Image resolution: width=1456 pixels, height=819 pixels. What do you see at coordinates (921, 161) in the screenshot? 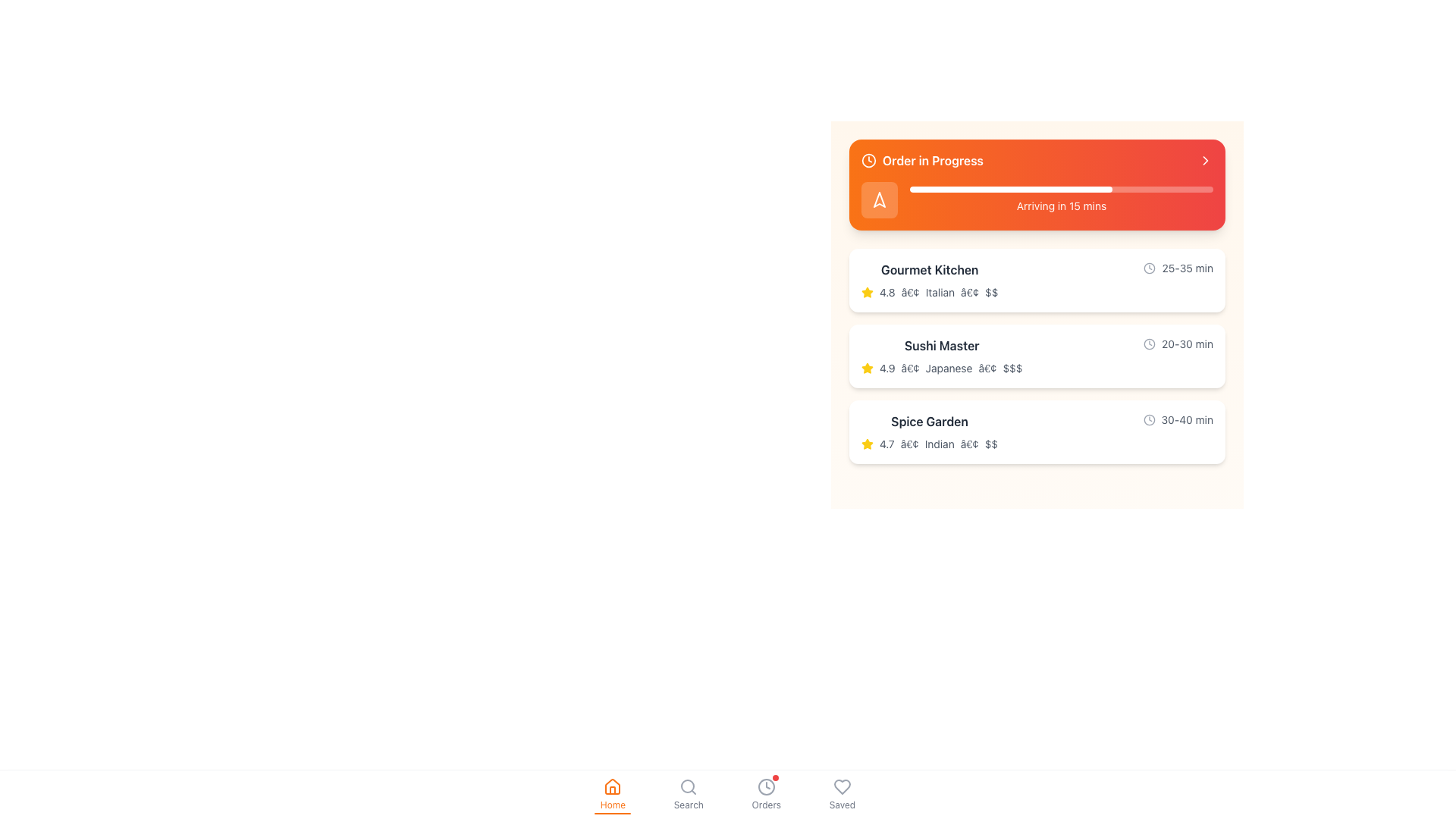
I see `'Order in Progress' text from the Text and Icon Label element, which features a clock icon on its left and is prominently displayed on an orange-red gradient background` at bounding box center [921, 161].